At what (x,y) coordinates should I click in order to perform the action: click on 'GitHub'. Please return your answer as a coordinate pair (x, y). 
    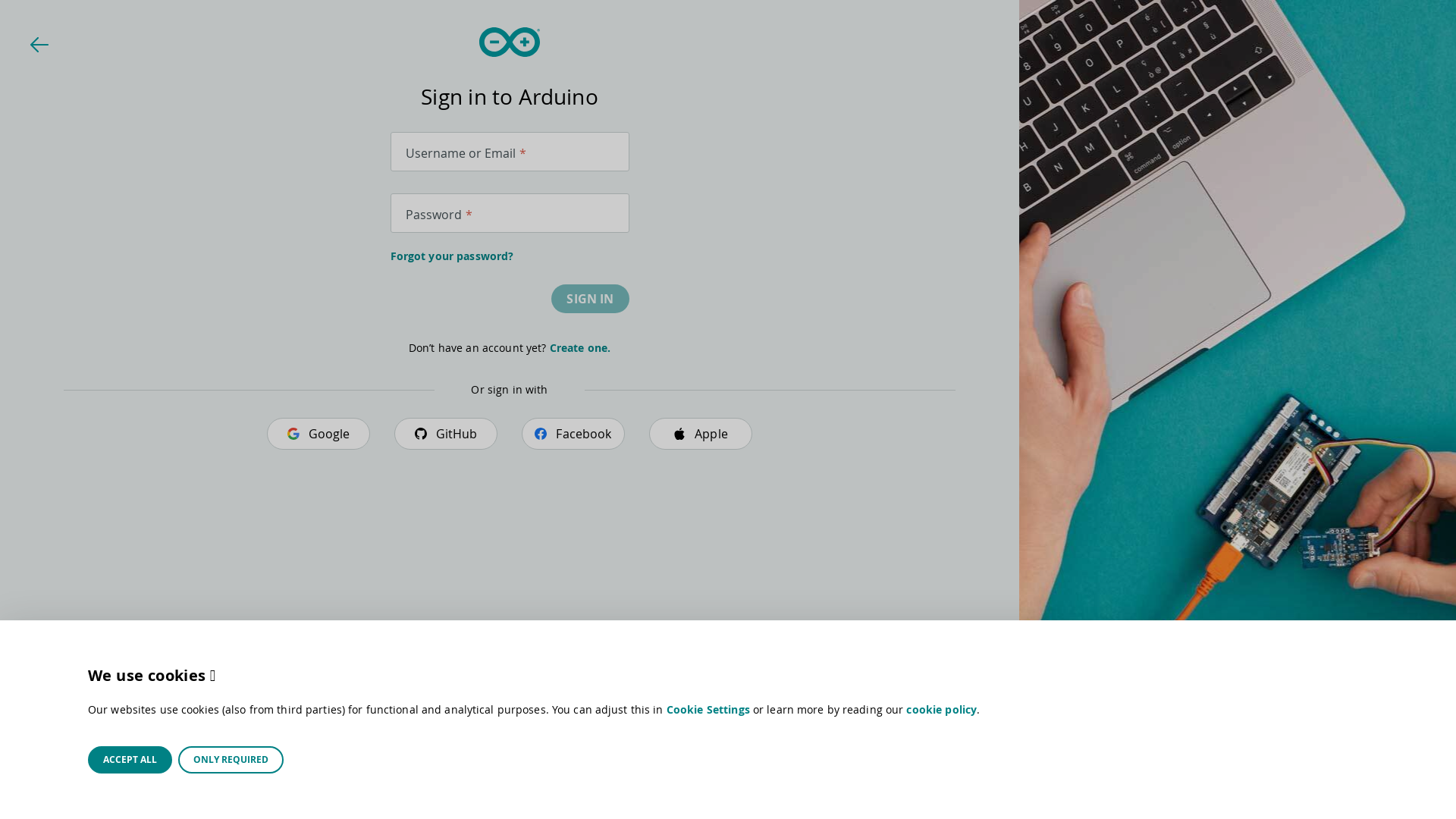
    Looking at the image, I should click on (445, 433).